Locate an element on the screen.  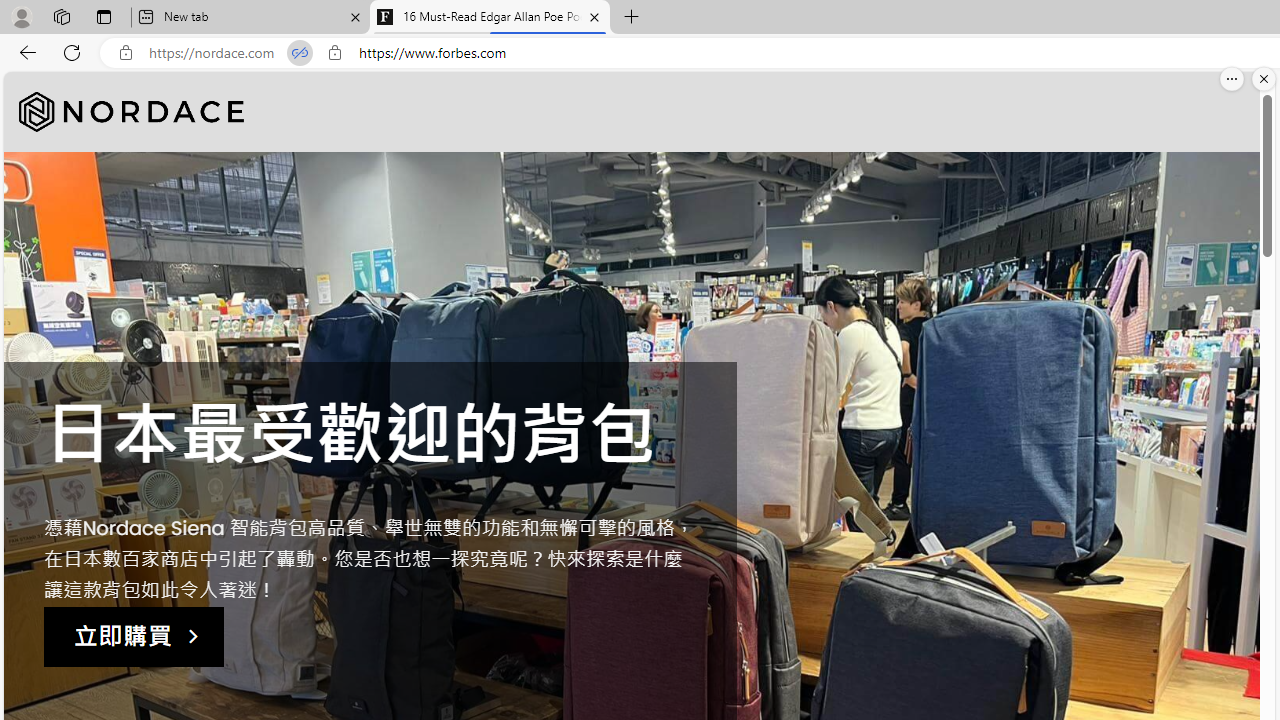
'Refresh' is located at coordinates (72, 51).